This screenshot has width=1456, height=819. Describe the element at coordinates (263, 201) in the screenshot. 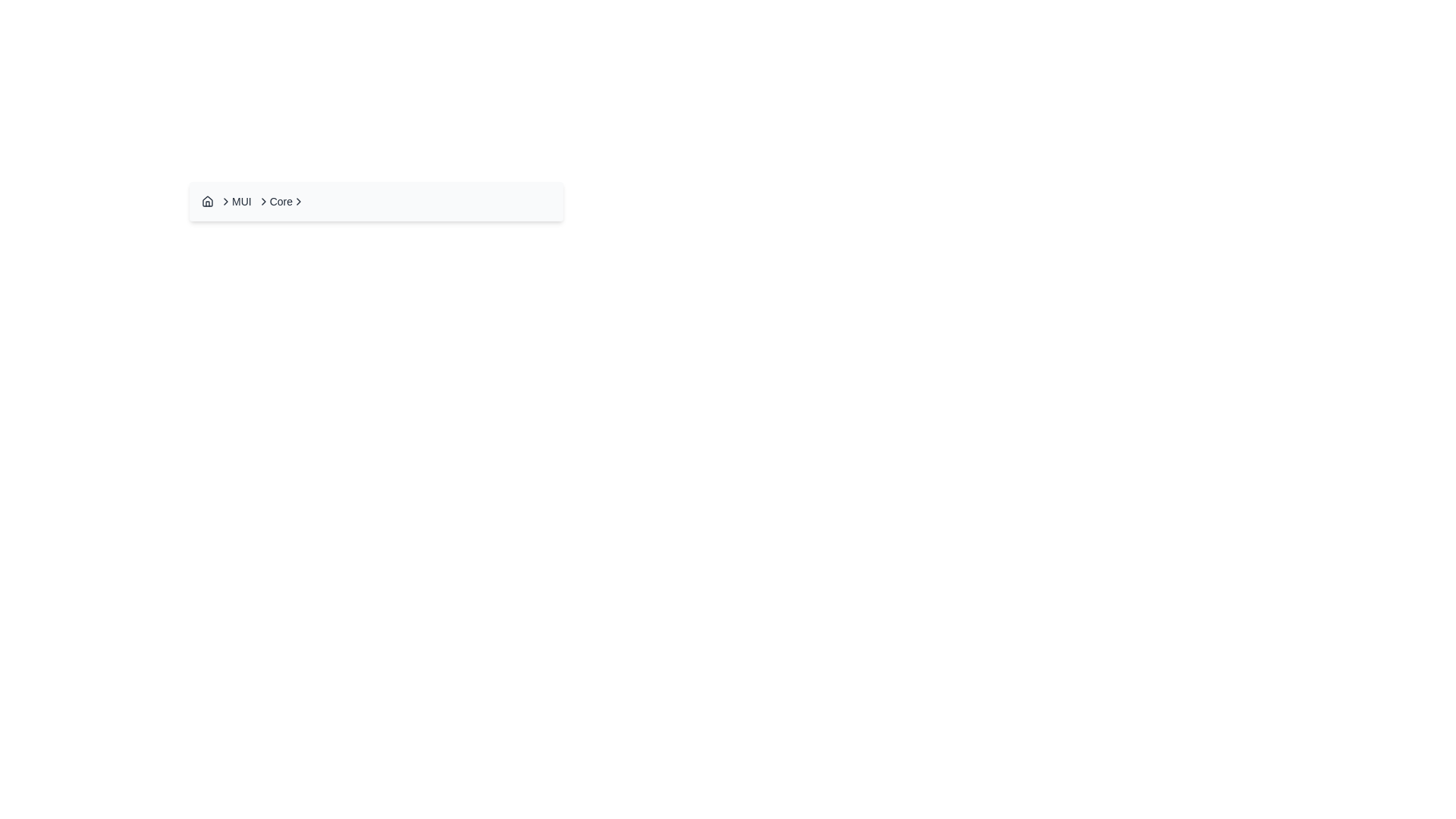

I see `the right-pointing chevron icon in the breadcrumb navigation bar that is positioned between the text labels 'MUI' and 'Core'` at that location.